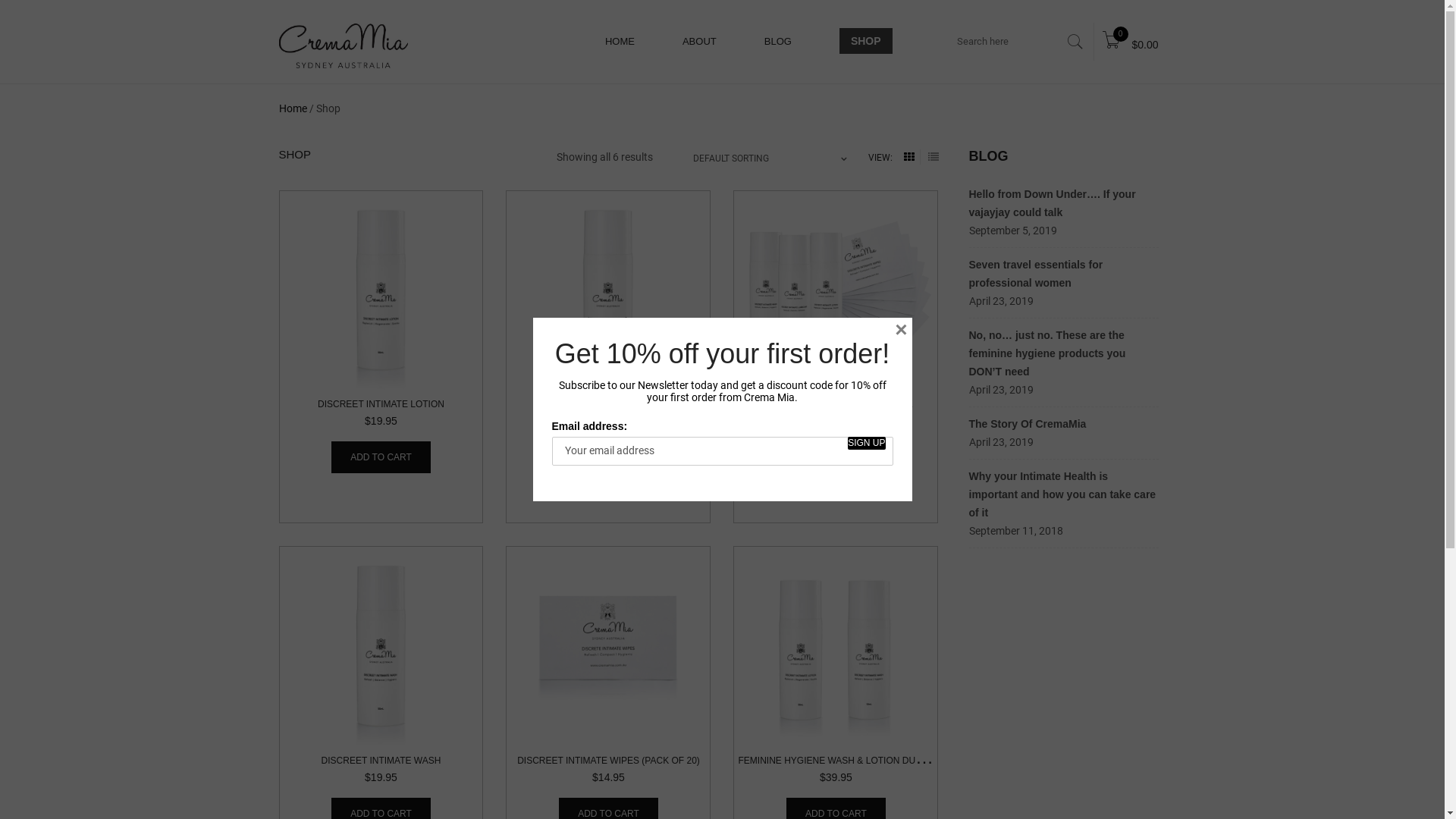 This screenshot has height=819, width=1456. I want to click on 'DISCREET INTIMATE WASH', so click(320, 760).